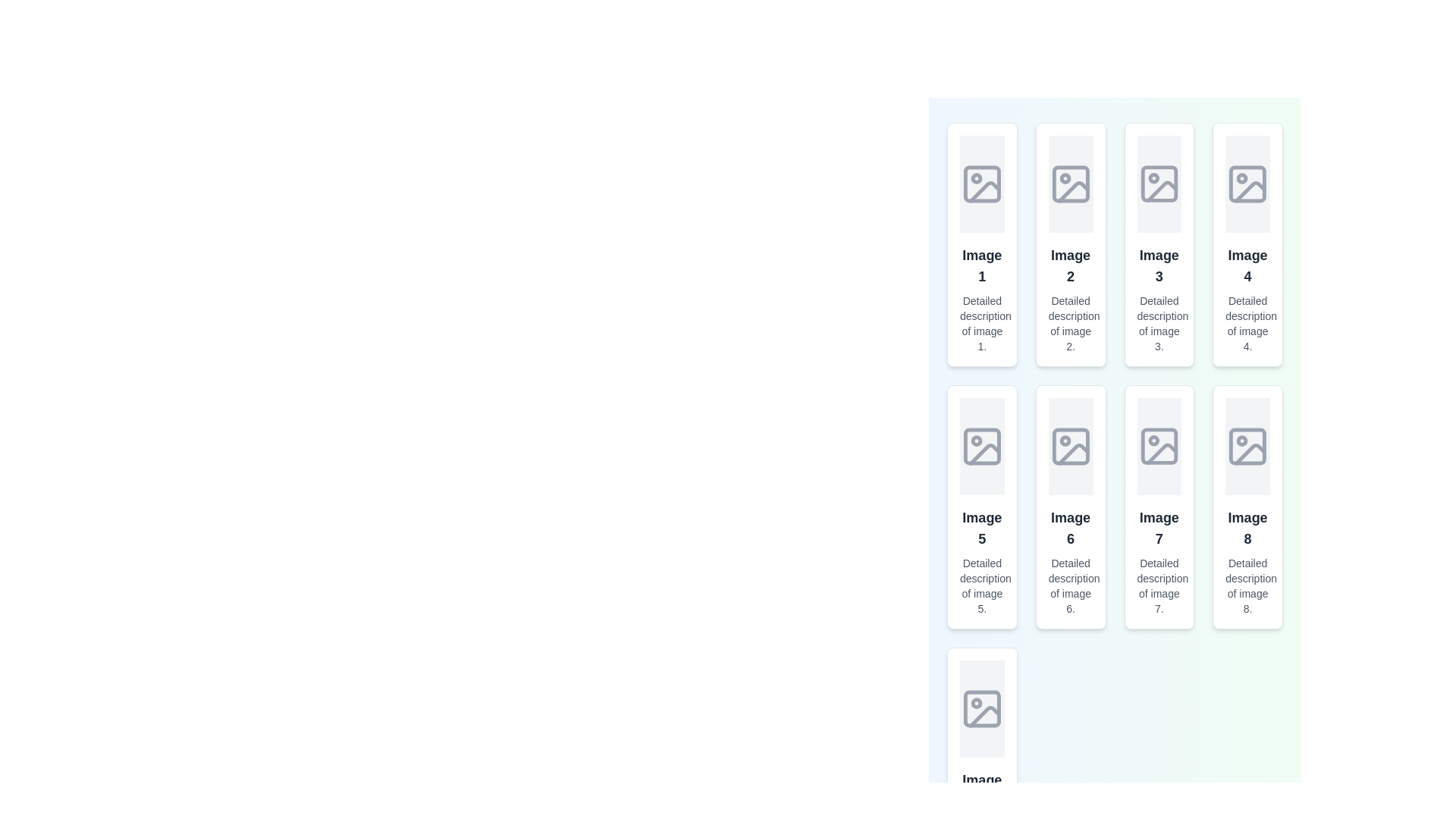  What do you see at coordinates (982, 507) in the screenshot?
I see `the card positioned in the second row, first column of the grid layout, which provides an overview or selectable item` at bounding box center [982, 507].